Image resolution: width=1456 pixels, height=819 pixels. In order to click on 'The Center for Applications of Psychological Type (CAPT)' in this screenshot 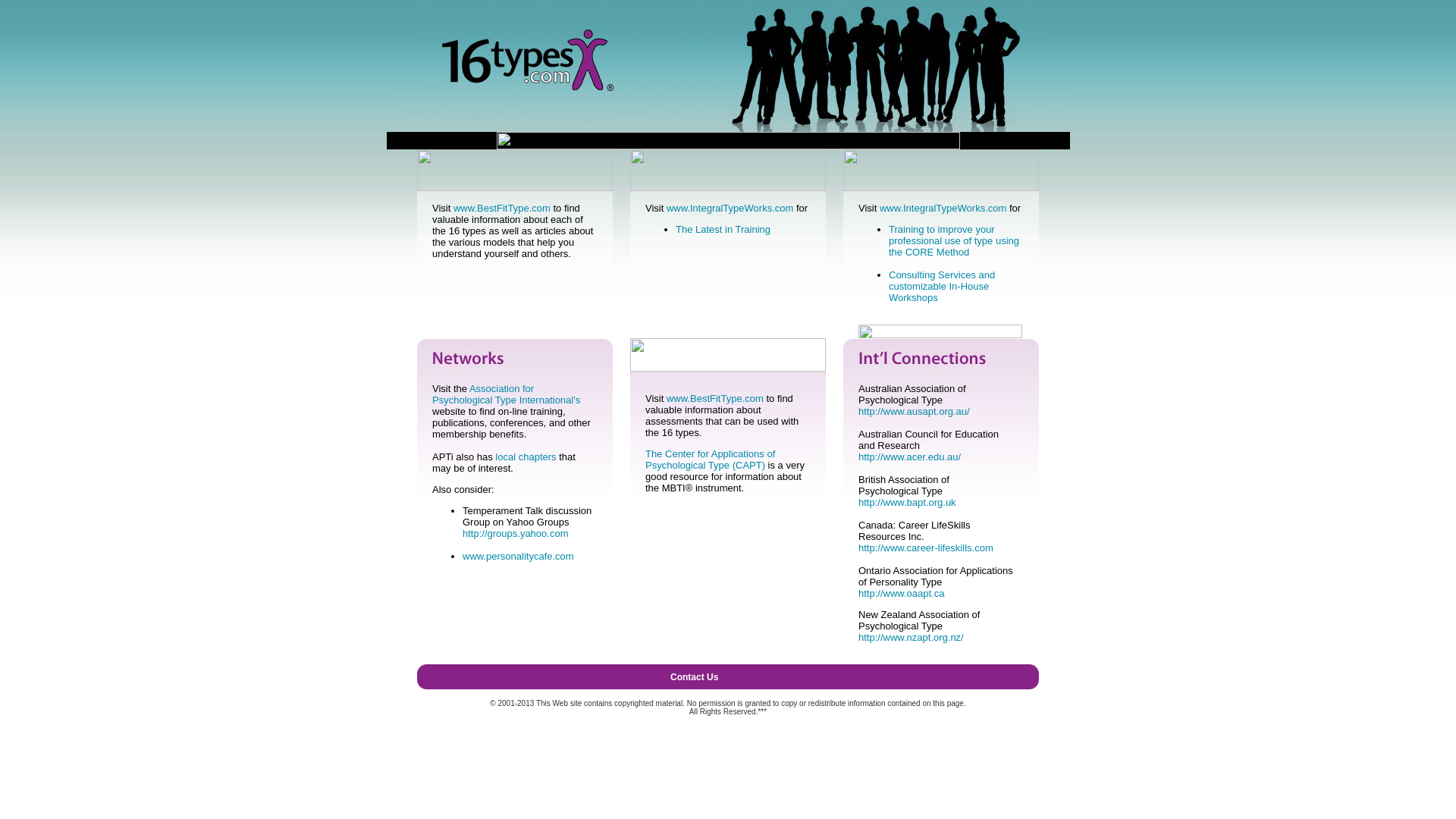, I will do `click(709, 458)`.